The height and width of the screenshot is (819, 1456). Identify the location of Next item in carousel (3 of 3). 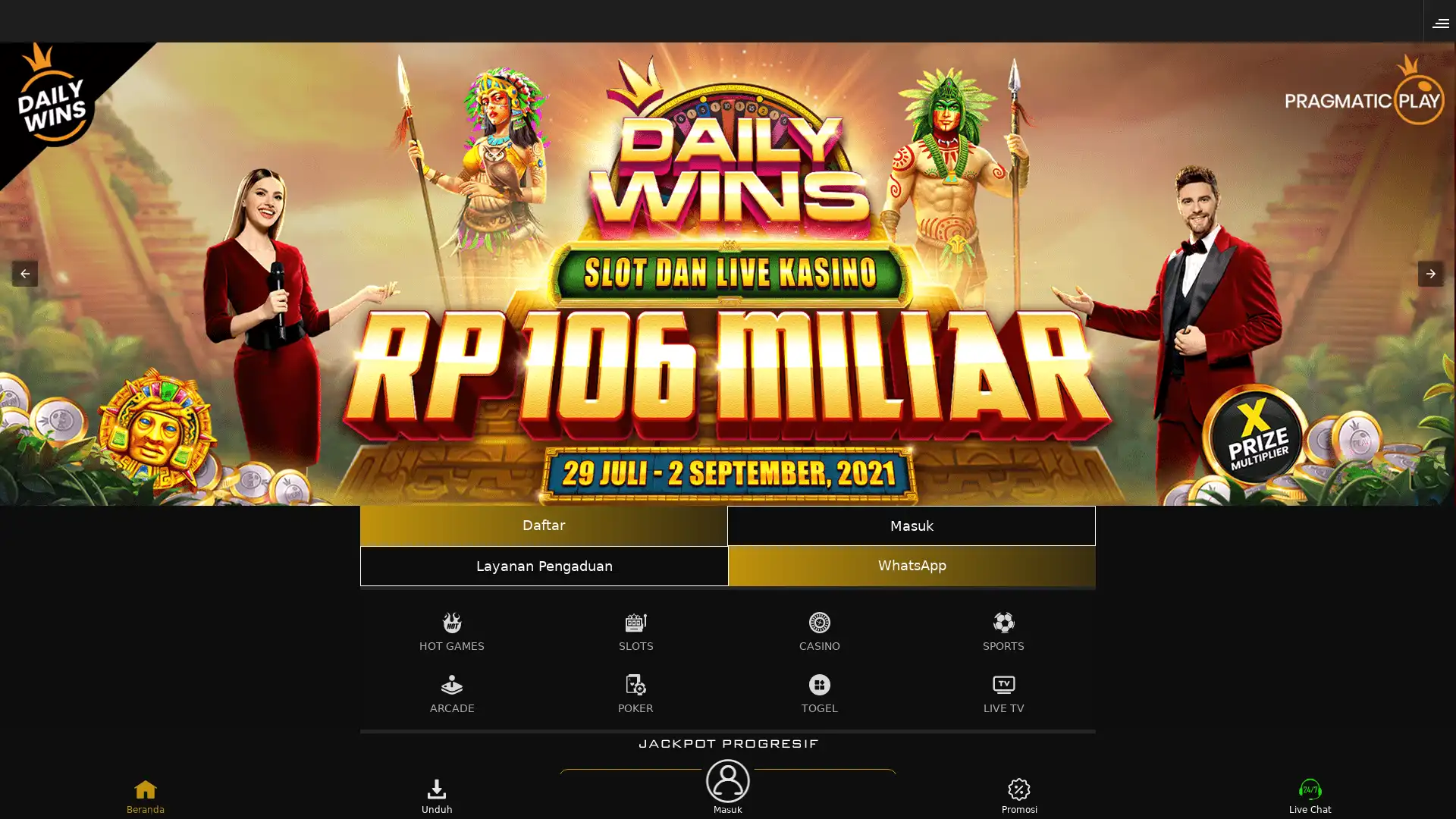
(1429, 271).